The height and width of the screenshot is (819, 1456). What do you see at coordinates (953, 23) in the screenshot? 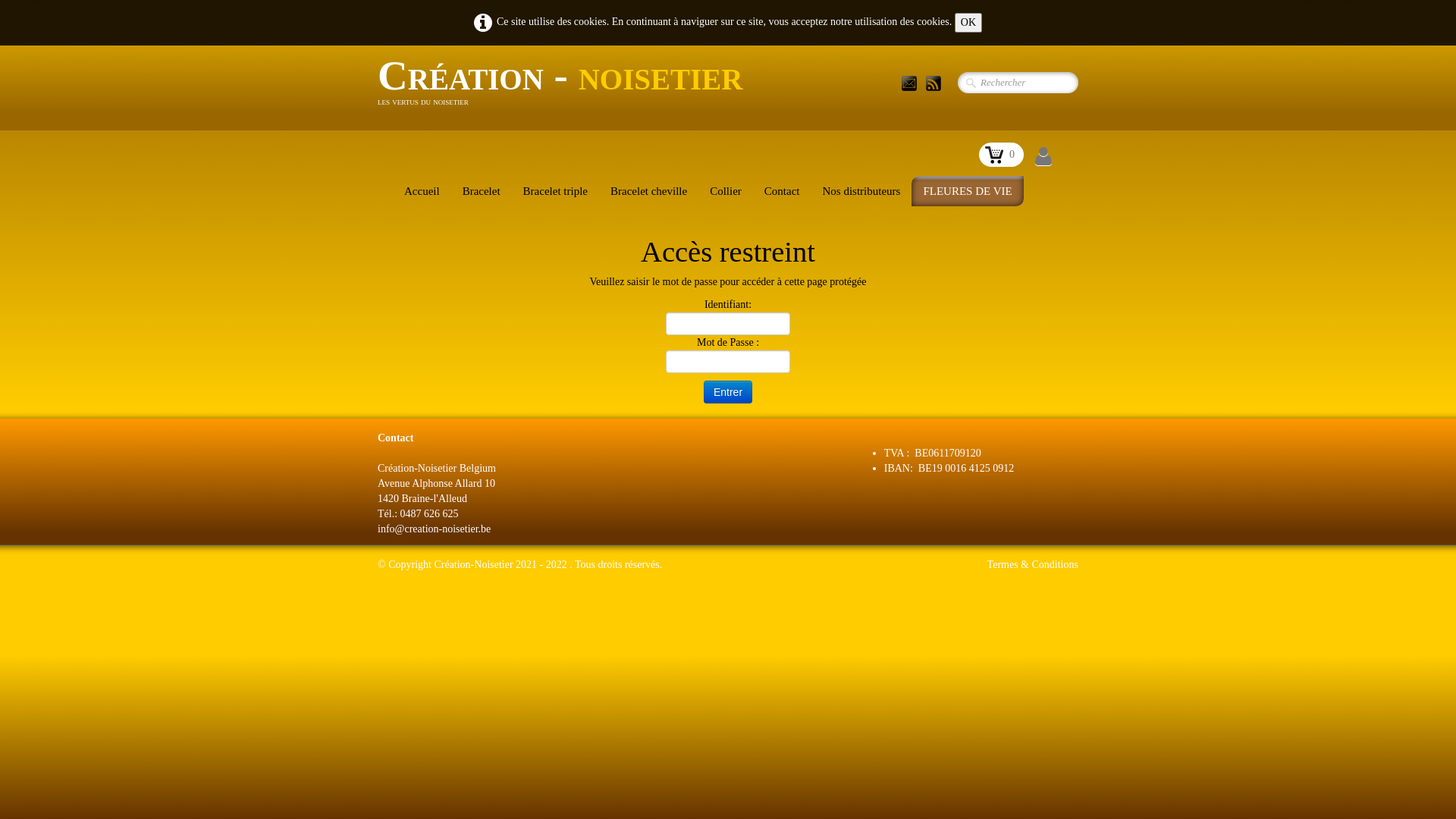
I see `'OK'` at bounding box center [953, 23].